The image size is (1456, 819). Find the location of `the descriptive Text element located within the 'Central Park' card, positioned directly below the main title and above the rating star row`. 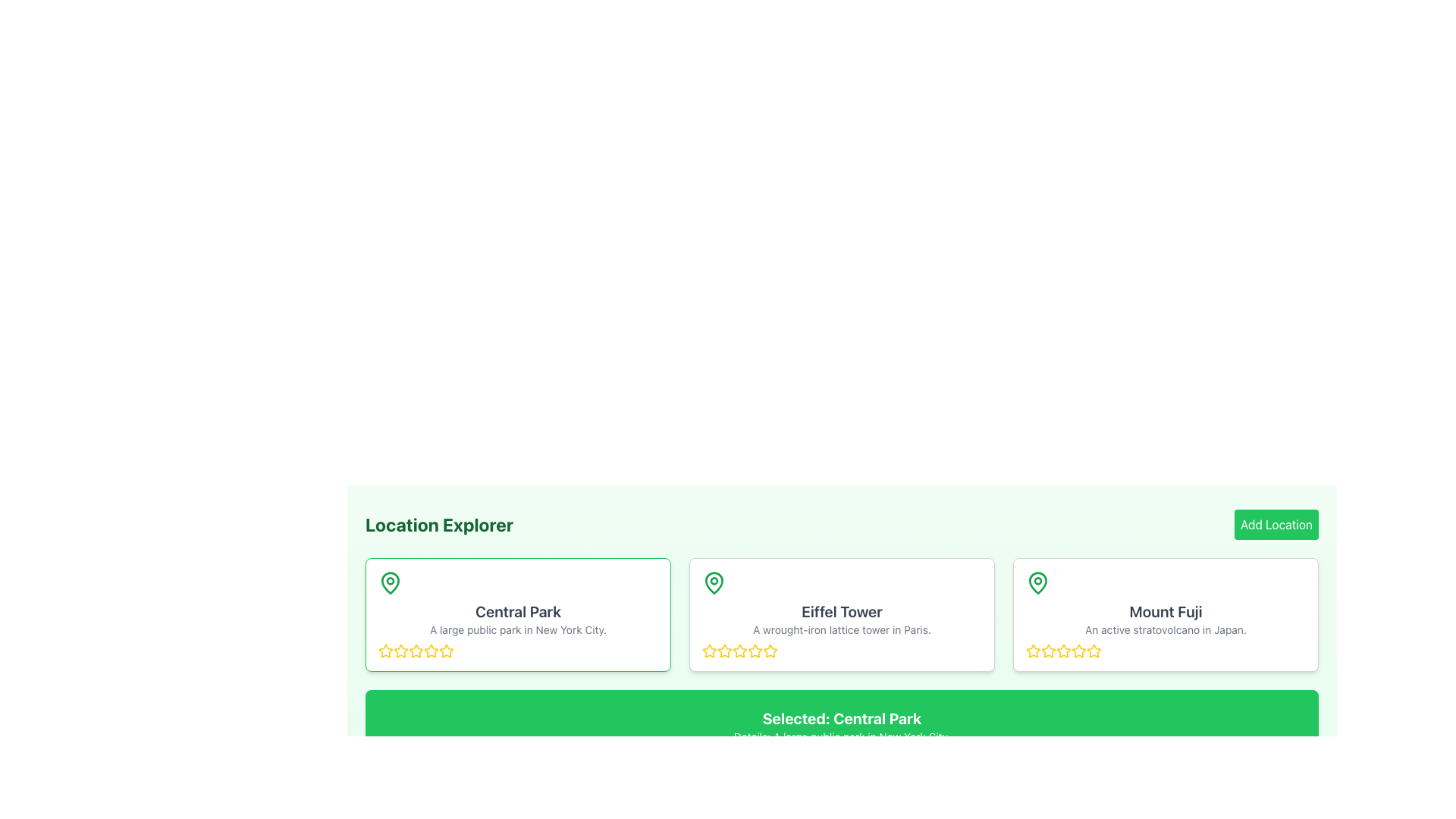

the descriptive Text element located within the 'Central Park' card, positioned directly below the main title and above the rating star row is located at coordinates (518, 629).